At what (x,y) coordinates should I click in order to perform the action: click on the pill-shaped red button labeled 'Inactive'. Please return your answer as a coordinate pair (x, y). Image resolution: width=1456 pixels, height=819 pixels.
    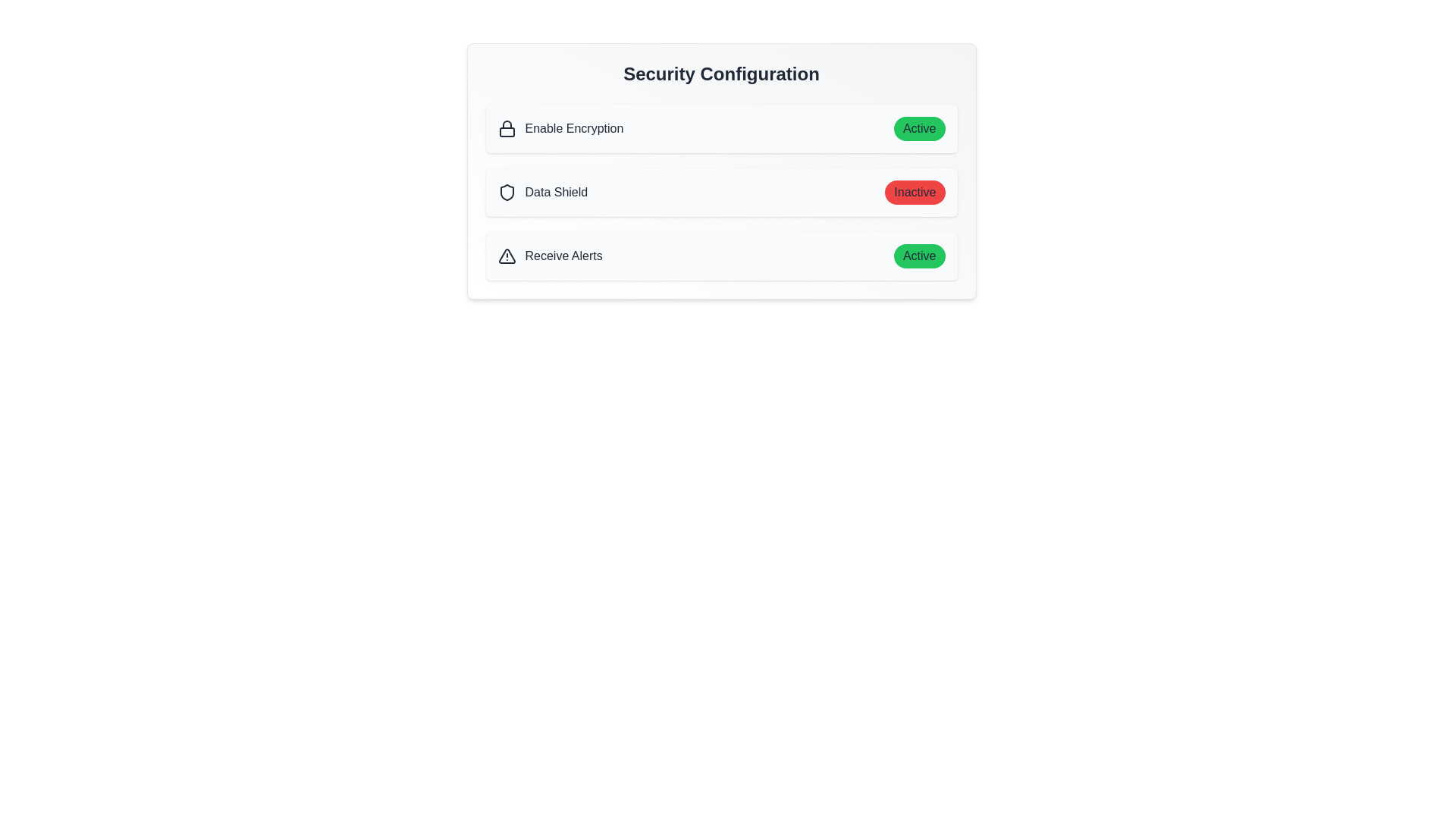
    Looking at the image, I should click on (914, 192).